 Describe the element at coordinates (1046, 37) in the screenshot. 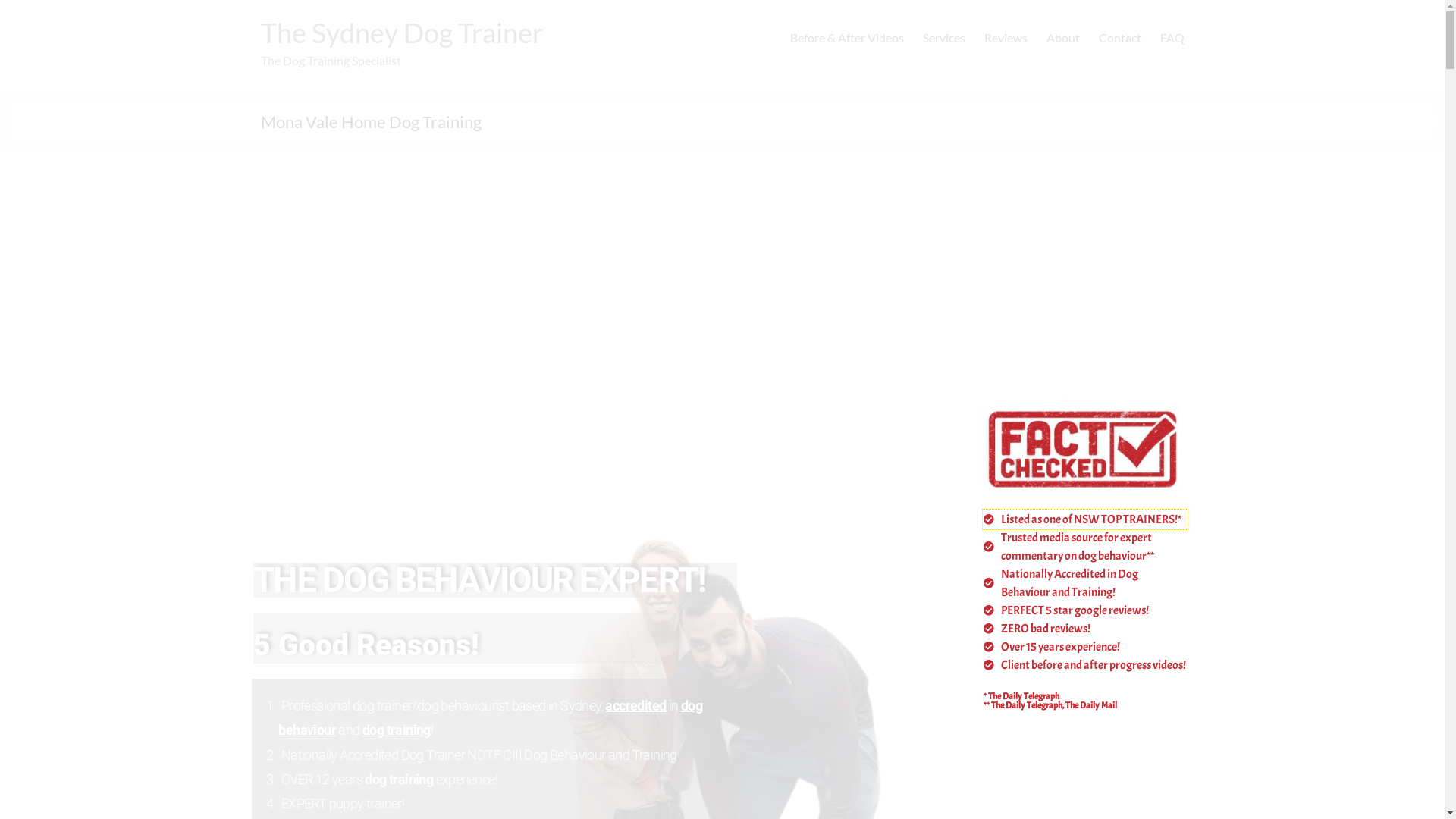

I see `'About'` at that location.